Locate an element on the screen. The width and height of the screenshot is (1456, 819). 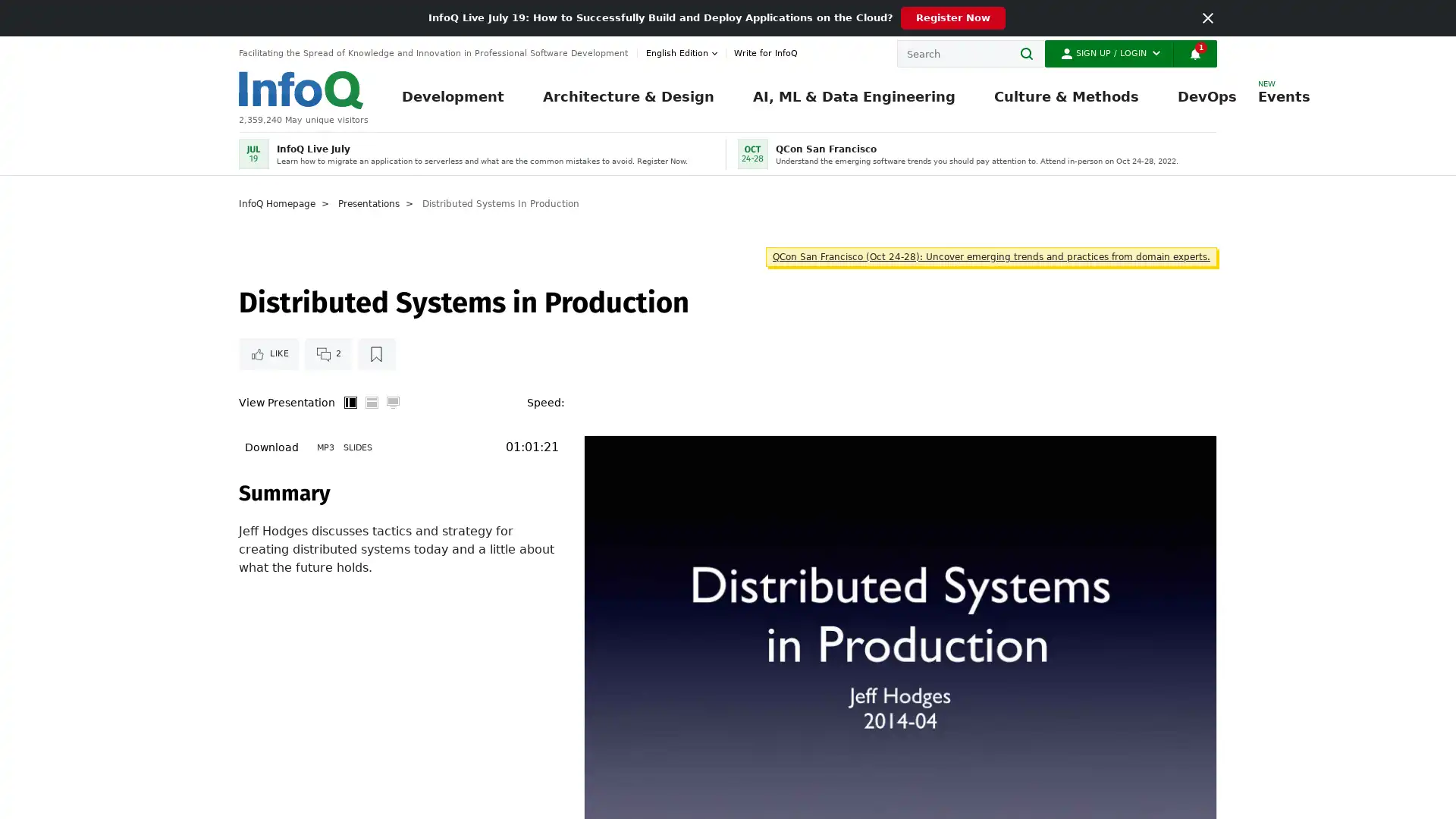
Full is located at coordinates (393, 422).